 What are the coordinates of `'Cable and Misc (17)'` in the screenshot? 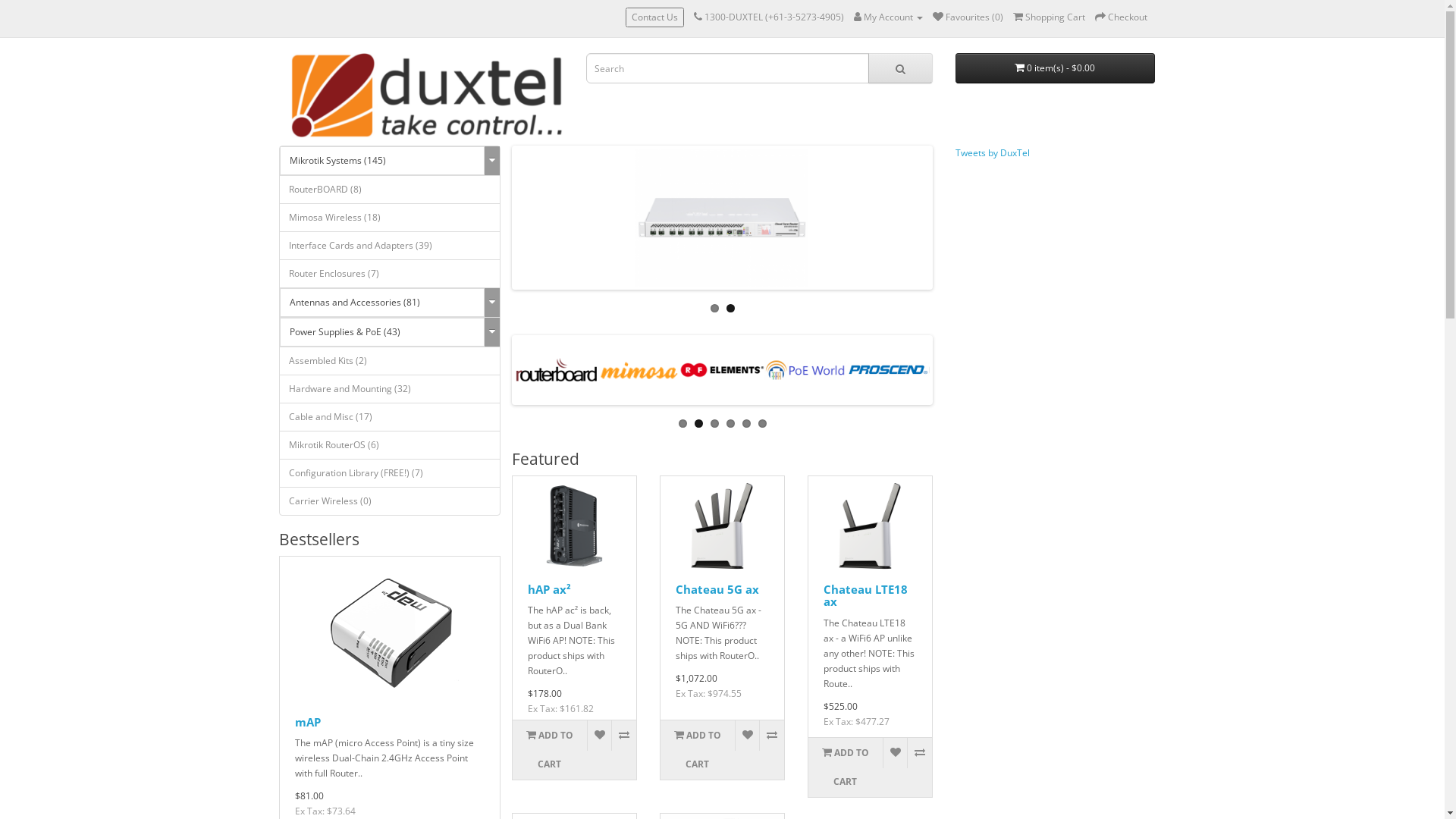 It's located at (390, 417).